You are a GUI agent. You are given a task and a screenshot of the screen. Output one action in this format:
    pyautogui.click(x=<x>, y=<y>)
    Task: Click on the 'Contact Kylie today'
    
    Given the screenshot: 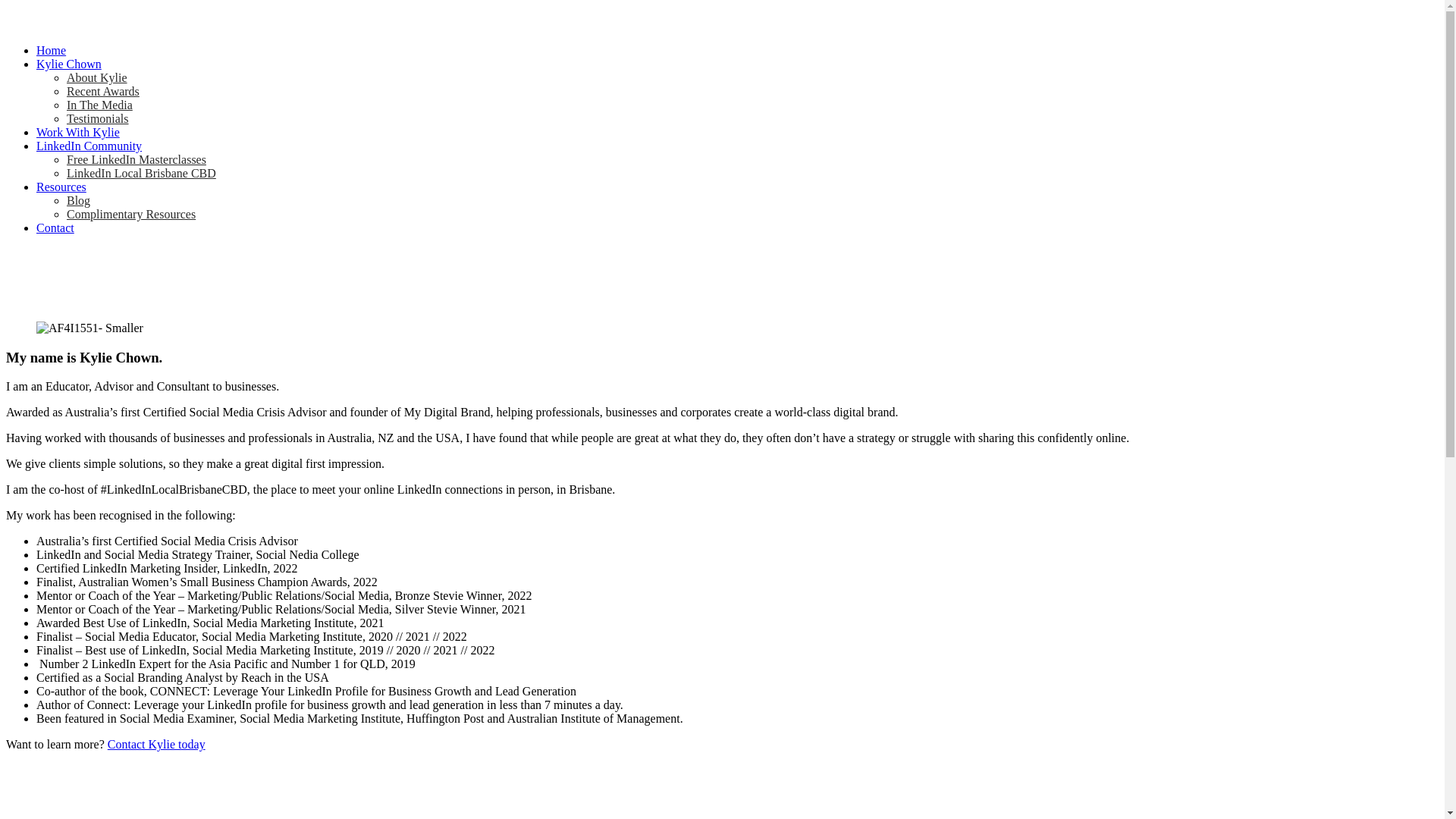 What is the action you would take?
    pyautogui.click(x=156, y=743)
    